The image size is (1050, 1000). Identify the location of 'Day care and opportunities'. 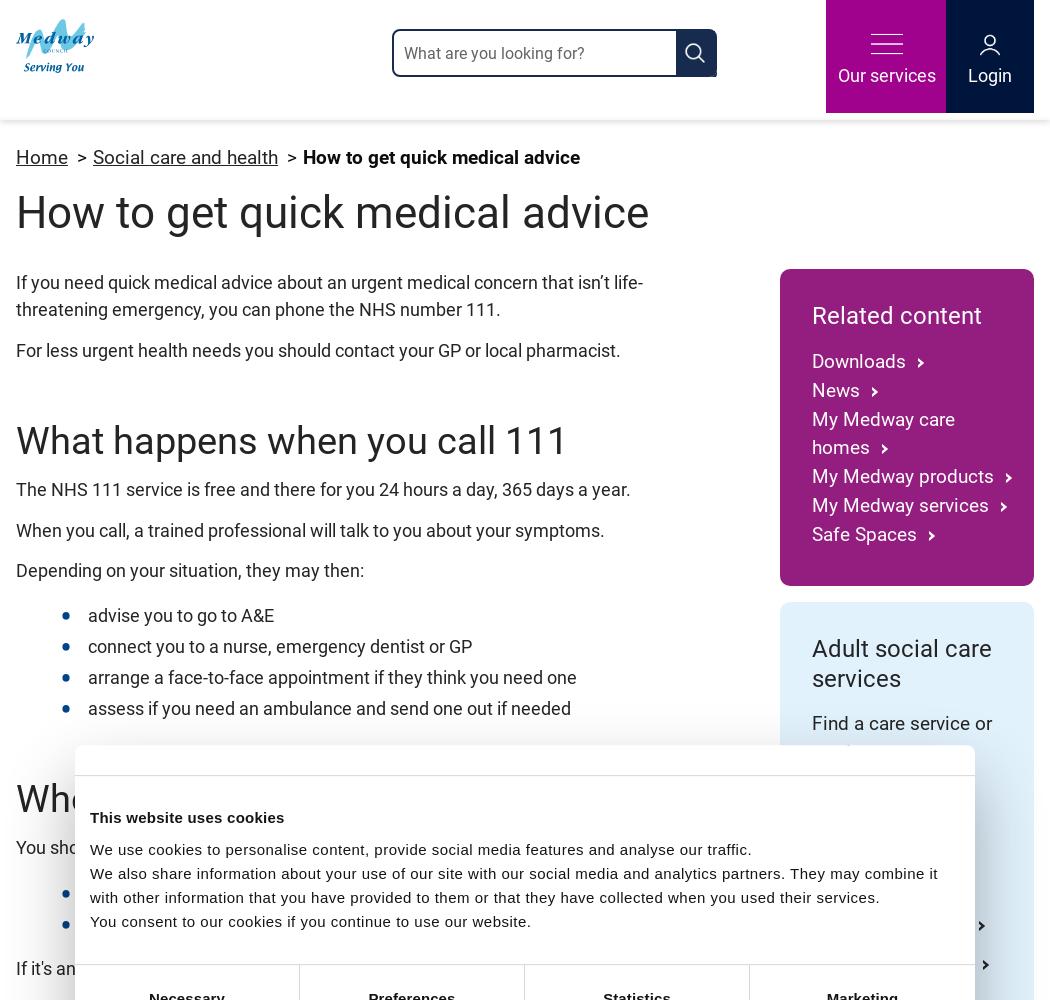
(865, 870).